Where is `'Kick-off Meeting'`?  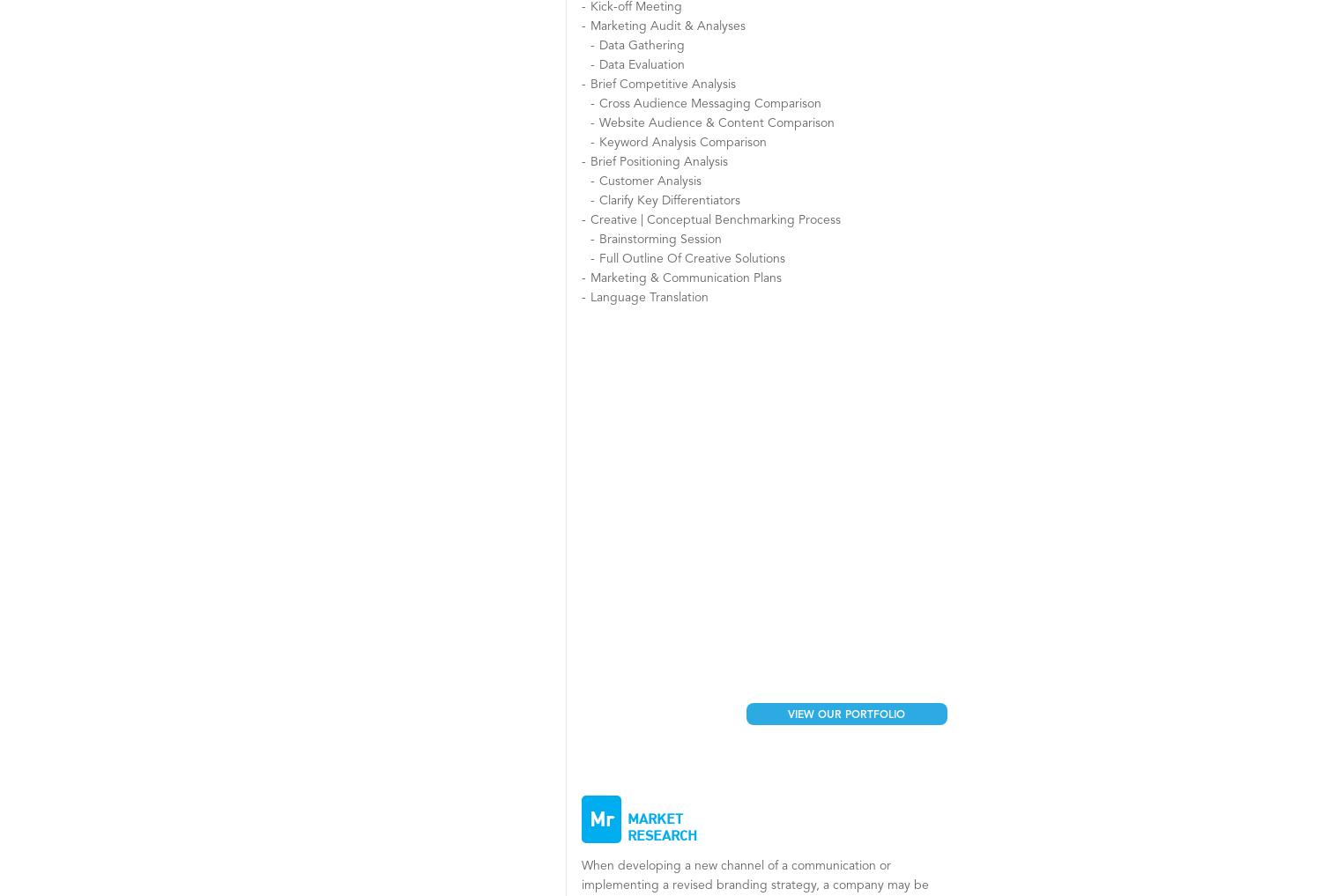 'Kick-off Meeting' is located at coordinates (635, 6).